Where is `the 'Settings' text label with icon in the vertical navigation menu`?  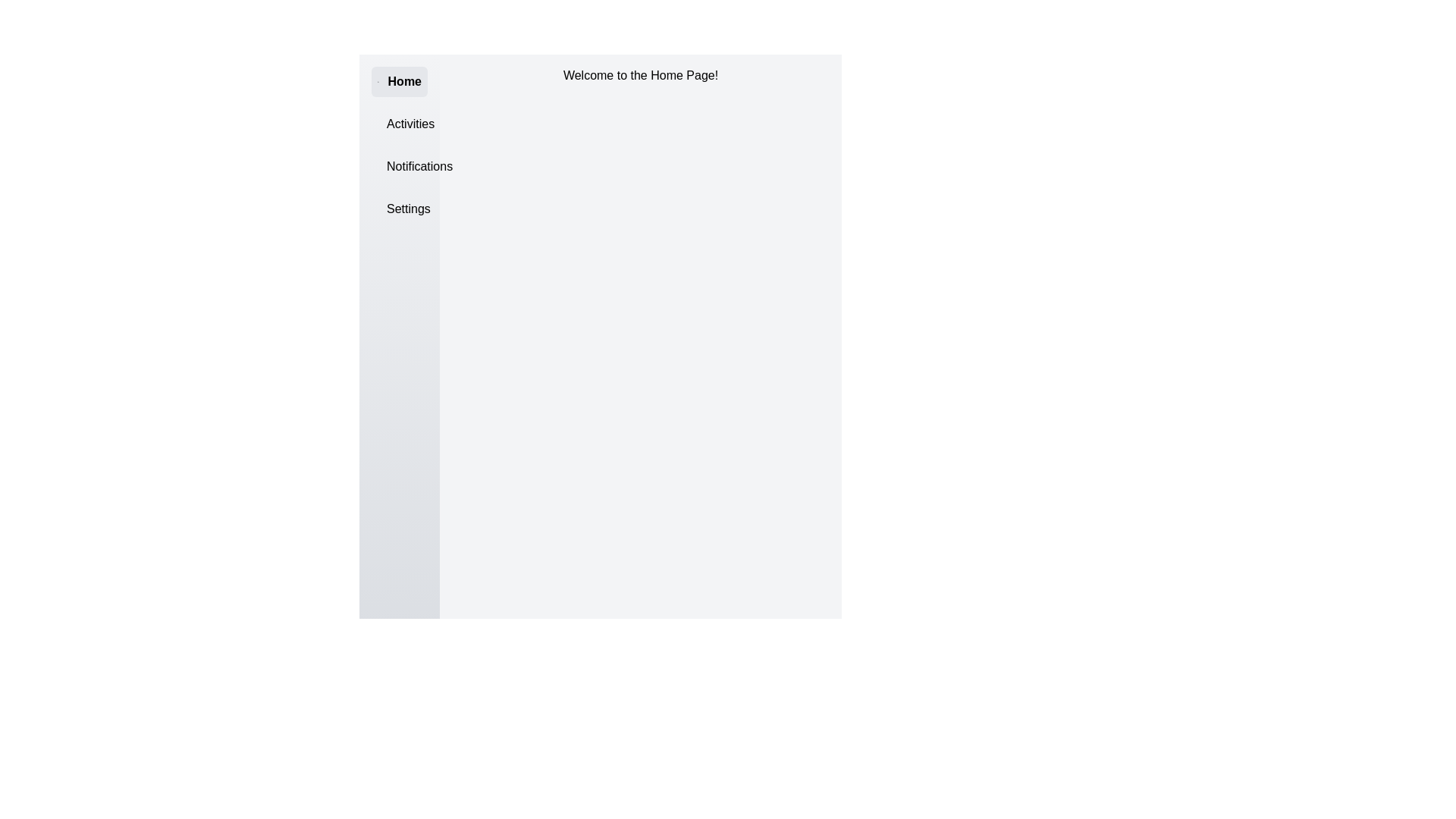 the 'Settings' text label with icon in the vertical navigation menu is located at coordinates (400, 209).